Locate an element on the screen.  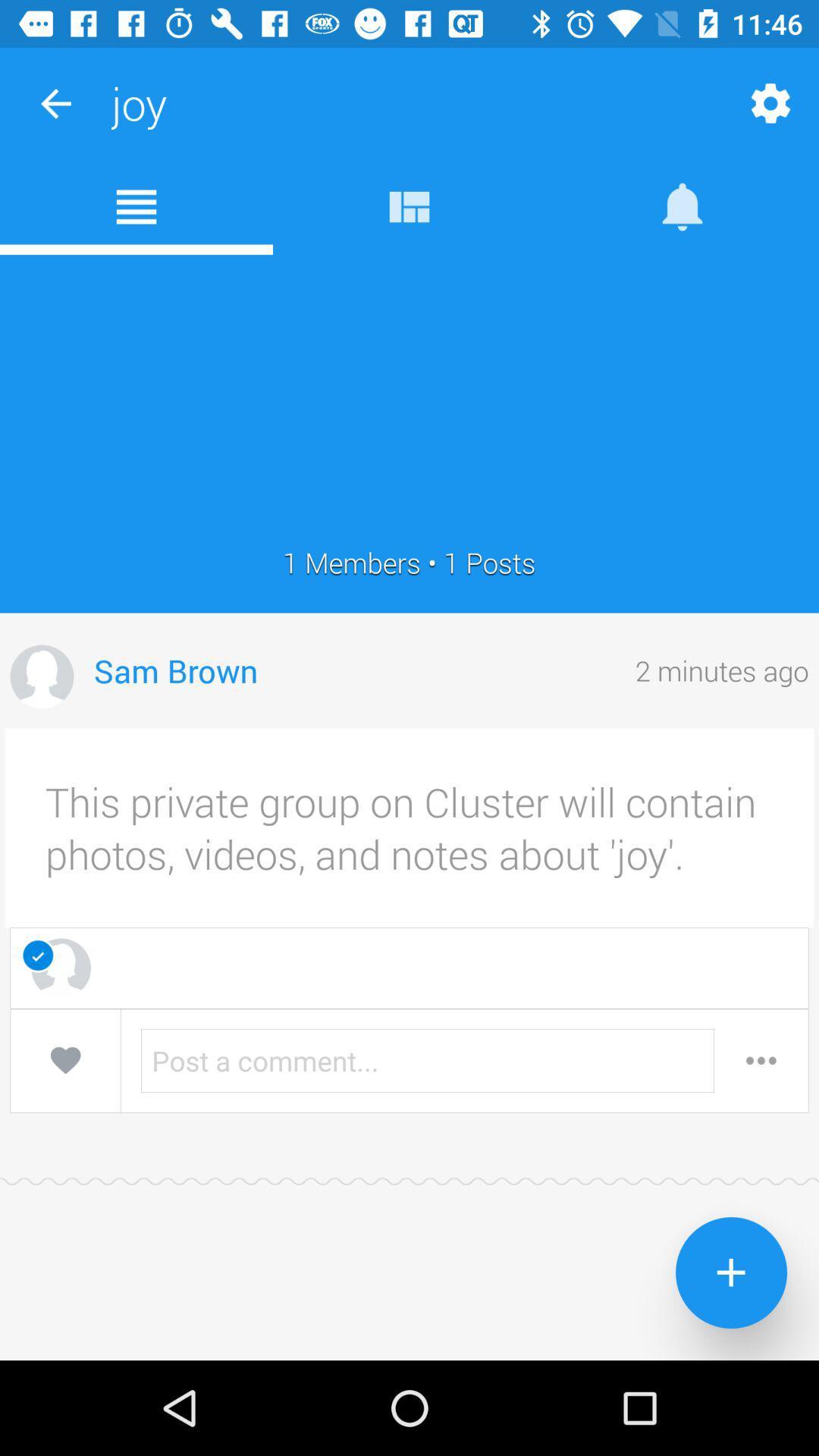
rating is located at coordinates (64, 1059).